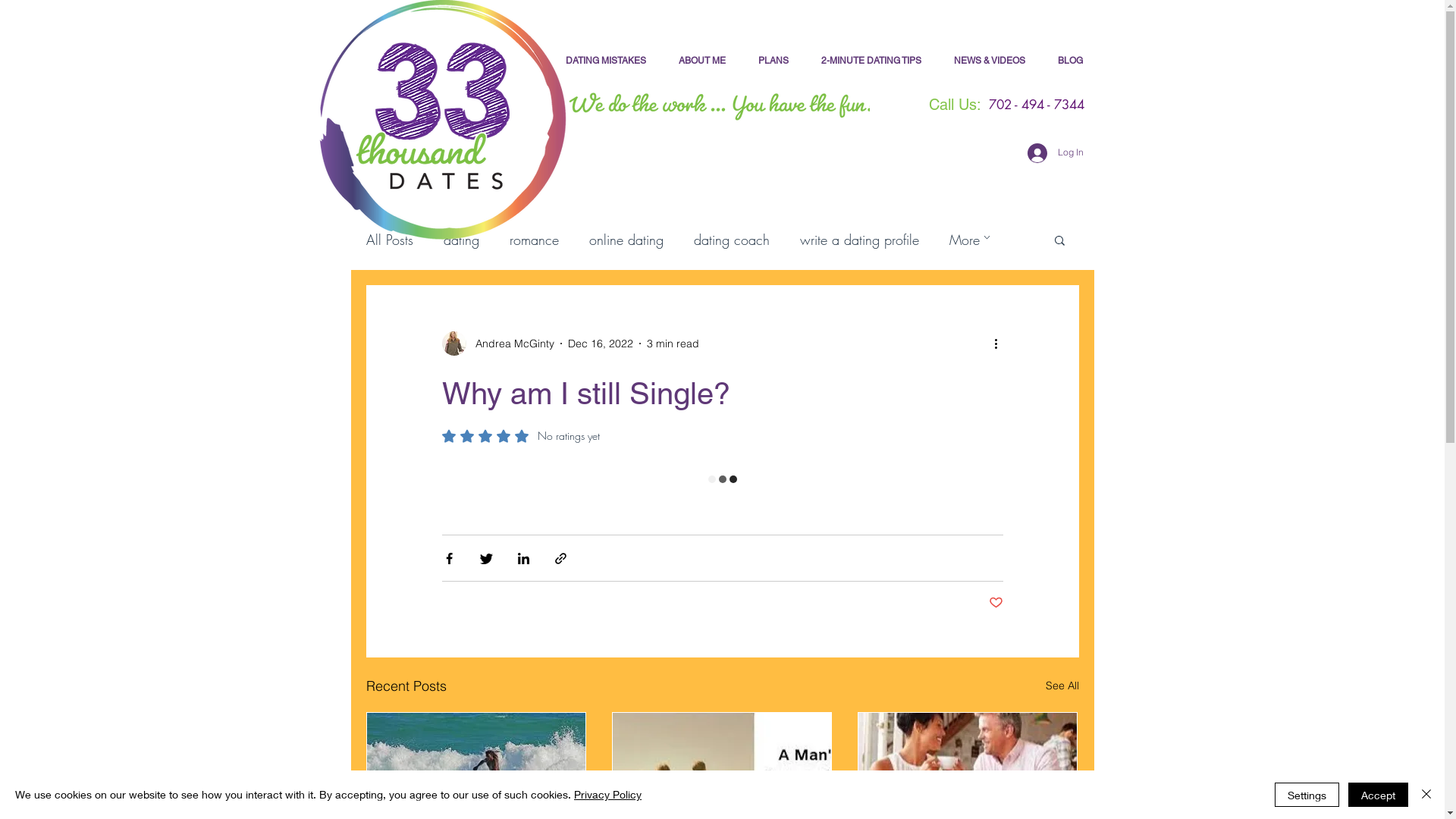 The width and height of the screenshot is (1456, 819). Describe the element at coordinates (952, 104) in the screenshot. I see `'702 - 494 - 7344'` at that location.